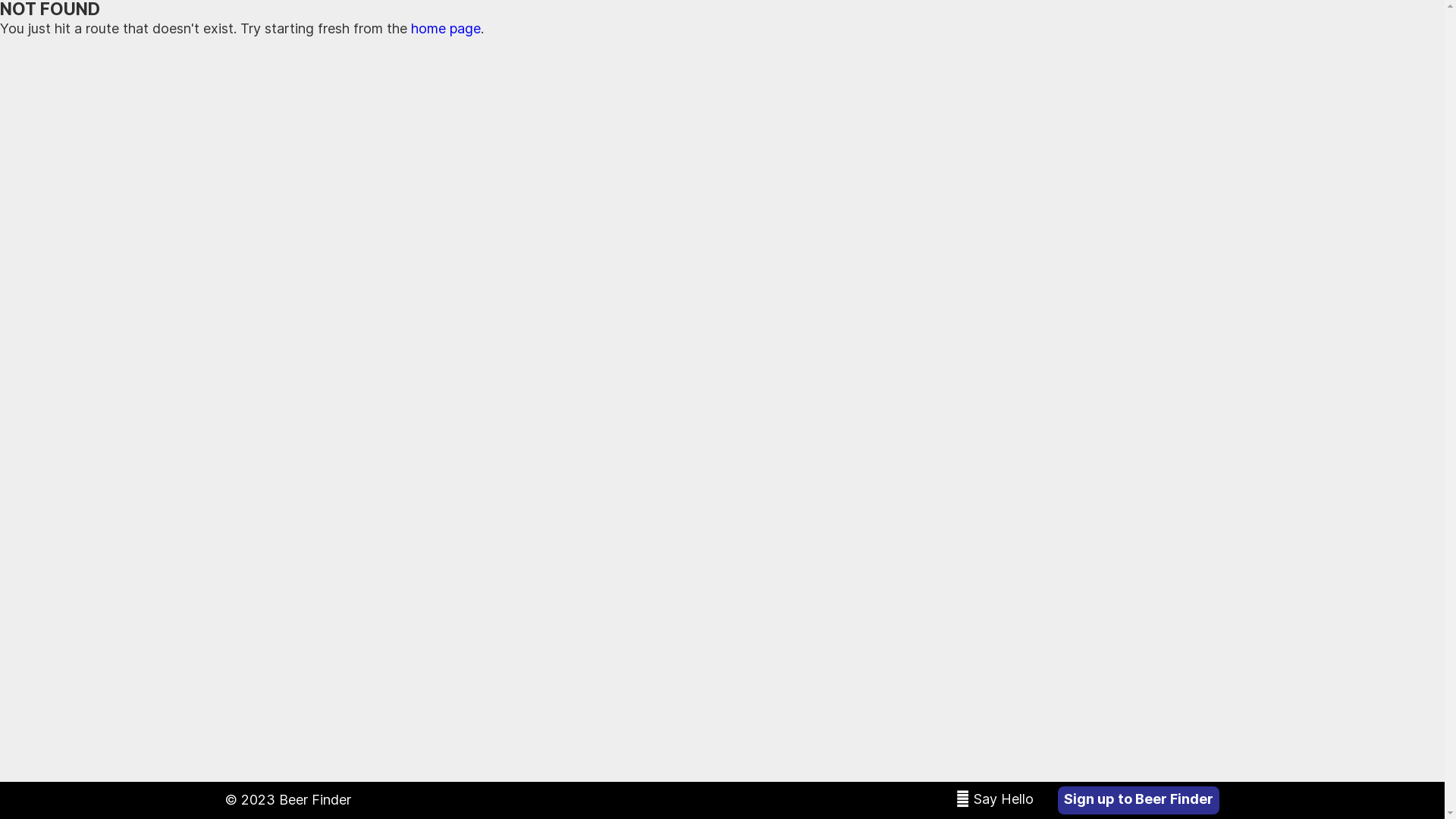 The image size is (1456, 819). What do you see at coordinates (1138, 799) in the screenshot?
I see `'Sign up to Beer Finder'` at bounding box center [1138, 799].